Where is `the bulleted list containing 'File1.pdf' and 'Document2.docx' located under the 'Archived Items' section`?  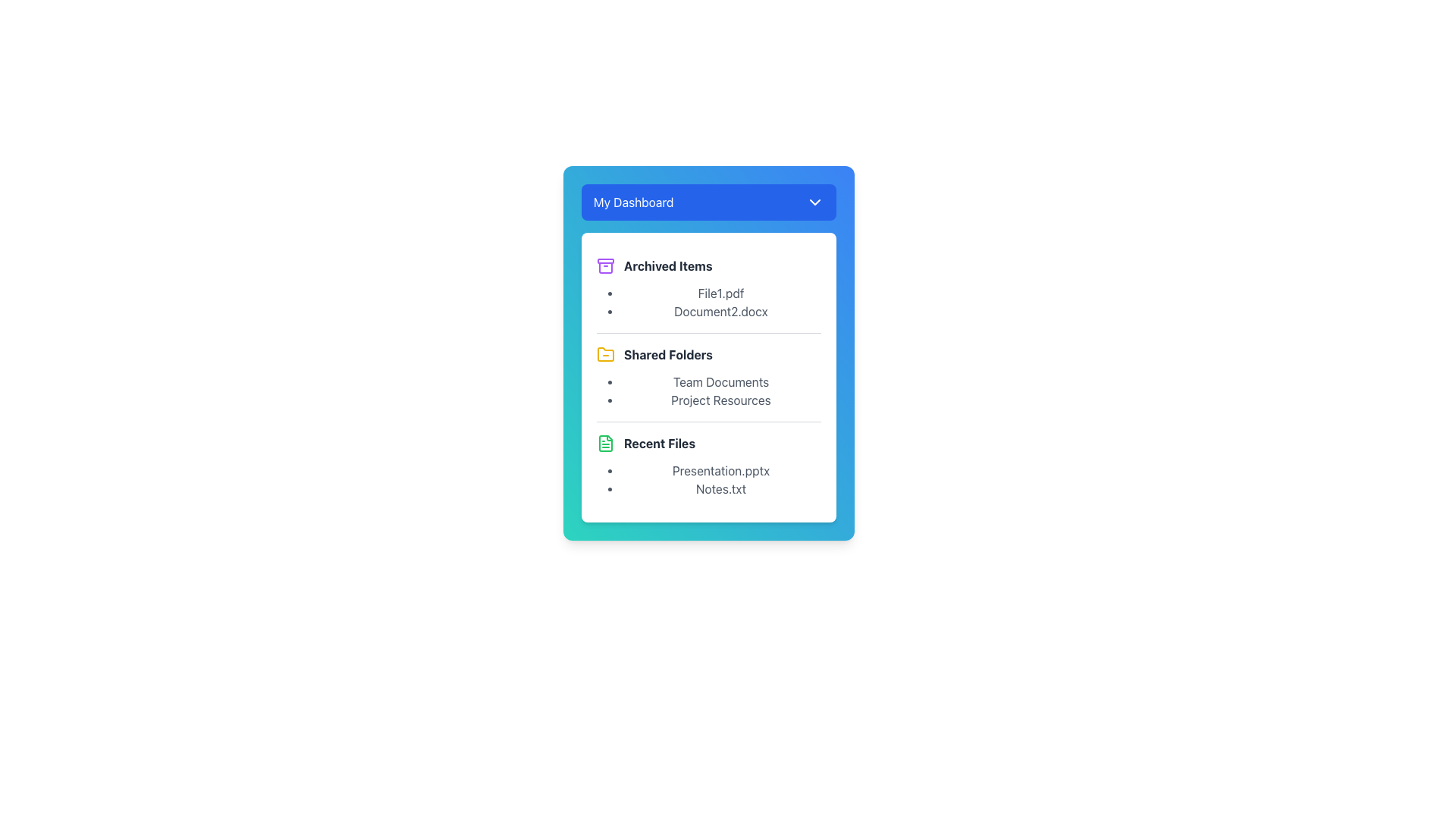
the bulleted list containing 'File1.pdf' and 'Document2.docx' located under the 'Archived Items' section is located at coordinates (708, 302).